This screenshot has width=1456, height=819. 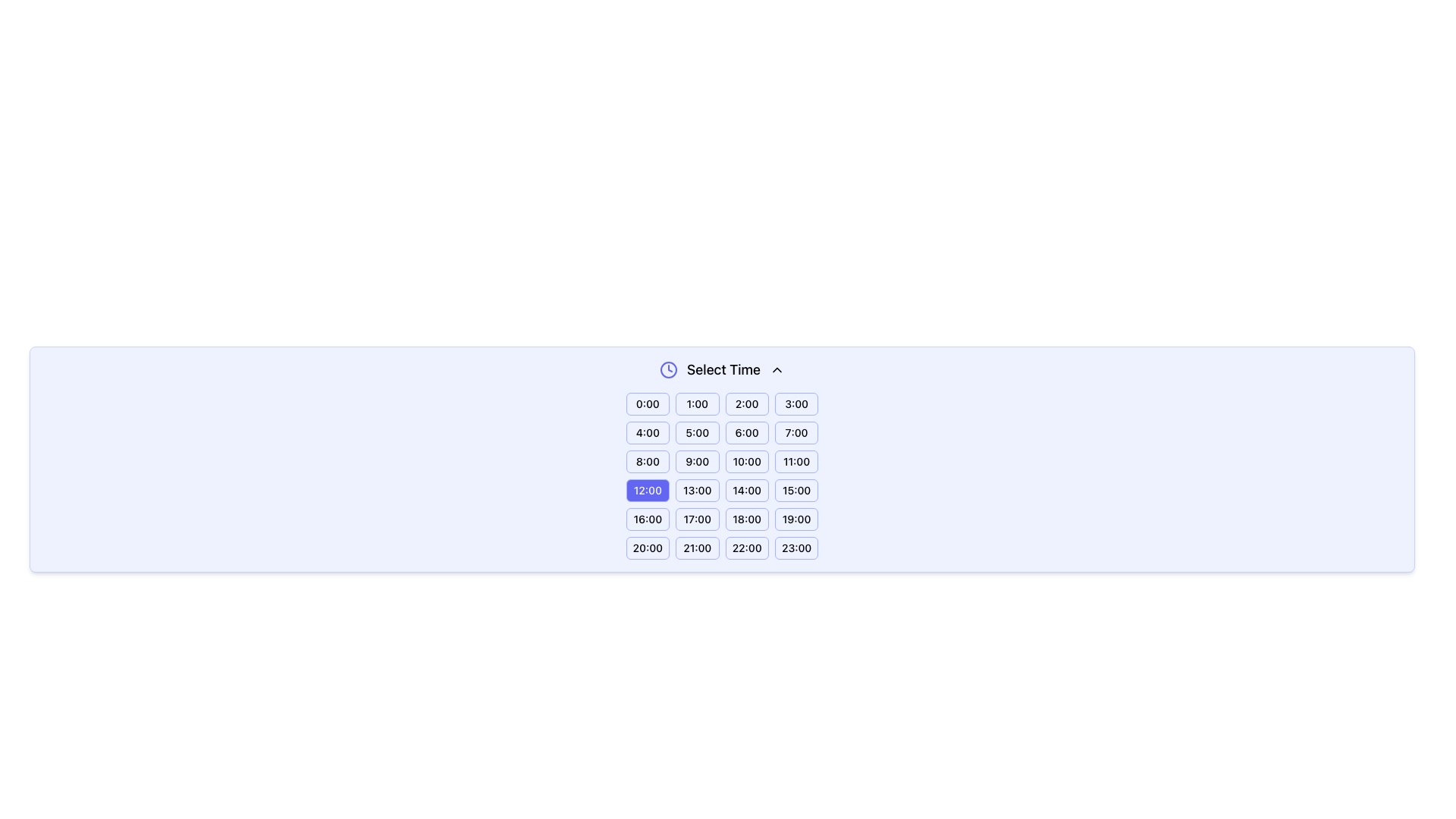 What do you see at coordinates (795, 491) in the screenshot?
I see `the selectable button for the time slot '15:00' to trigger hover effects` at bounding box center [795, 491].